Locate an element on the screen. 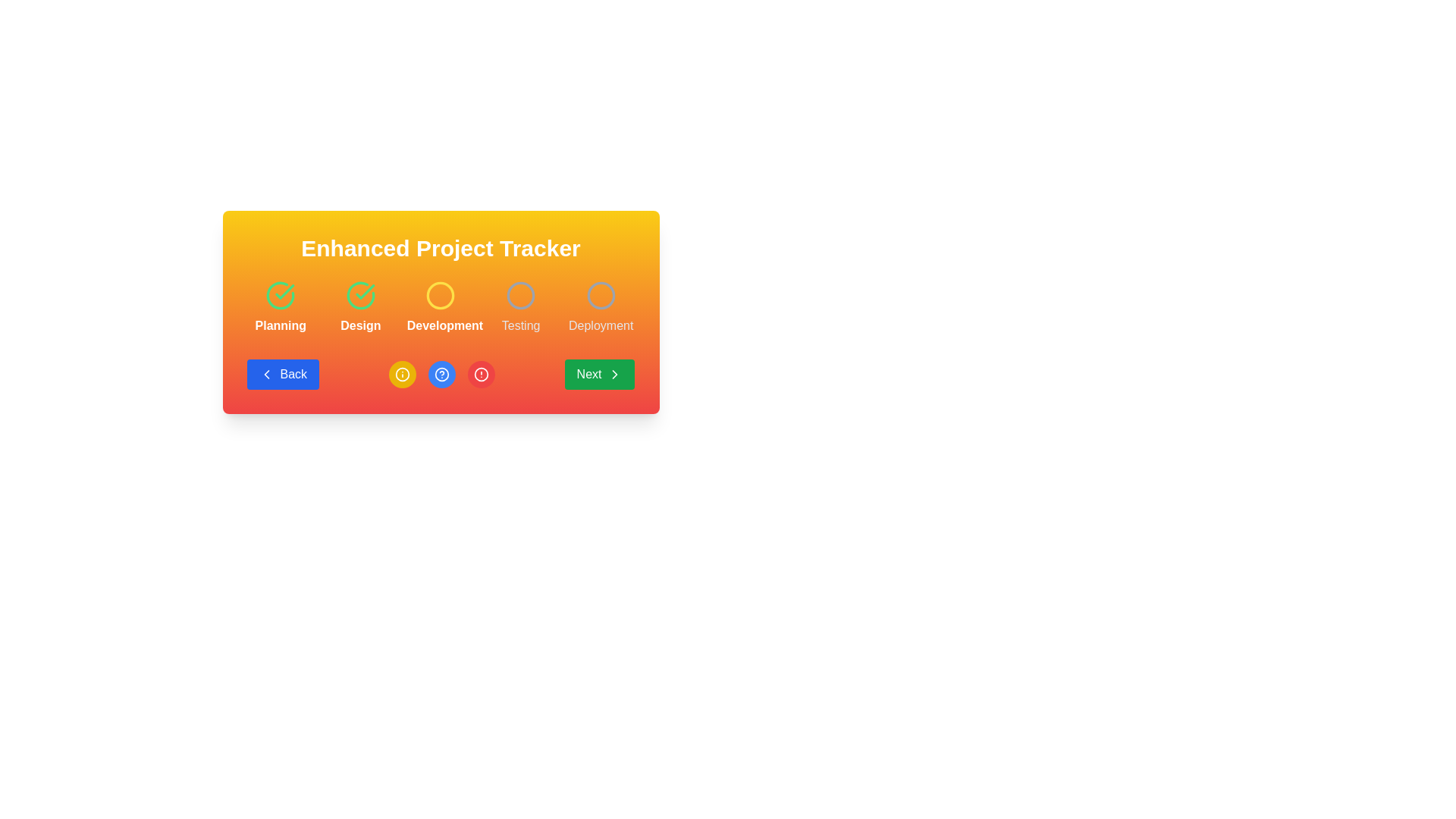 The image size is (1456, 819). the green checkmark icon representing the 'Design' phase in the Enhanced Project Tracker, located in the middle of the second row of classification icons is located at coordinates (359, 295).